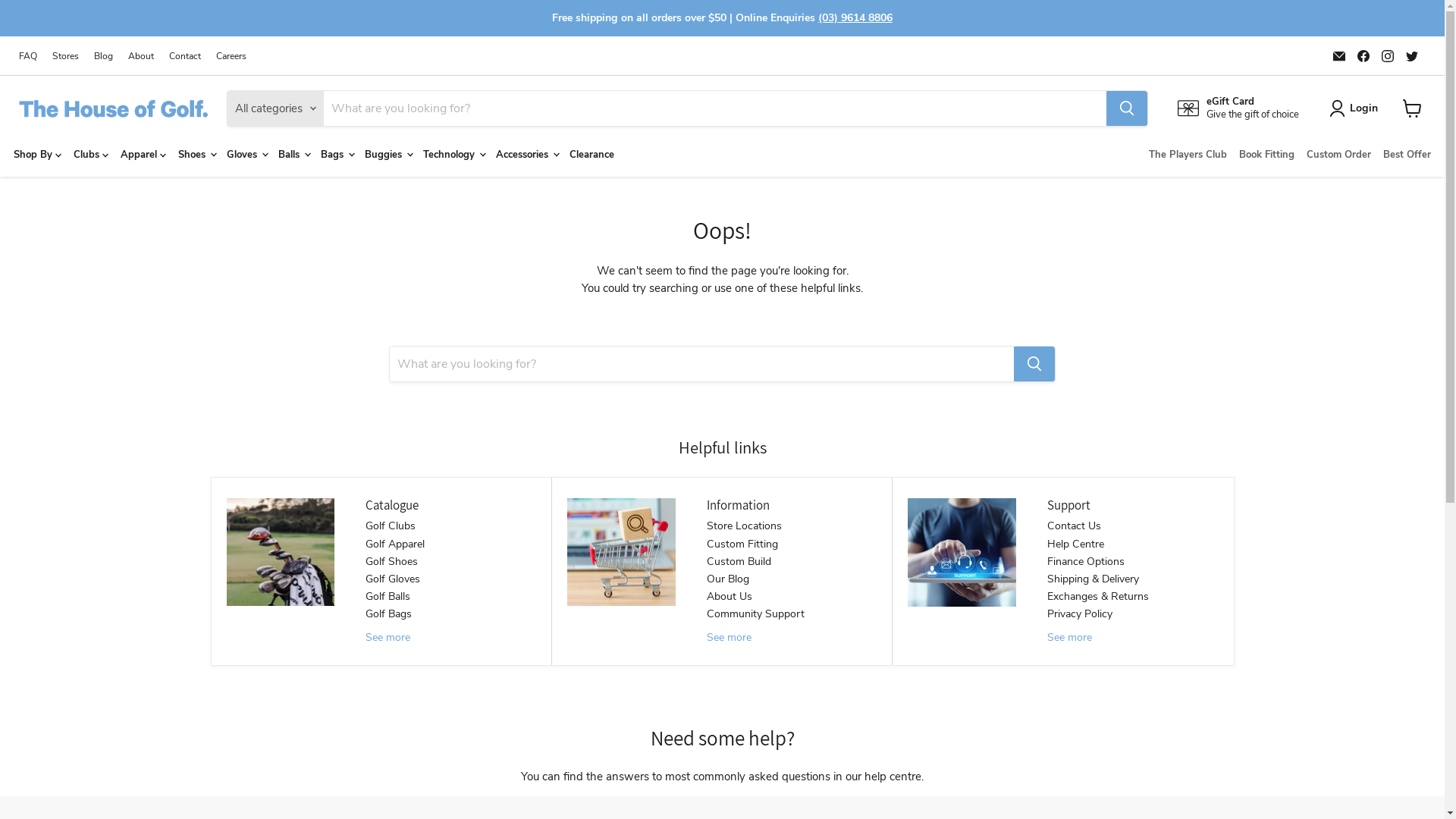 This screenshot has height=819, width=1456. Describe the element at coordinates (1143, 155) in the screenshot. I see `'The Players Club'` at that location.